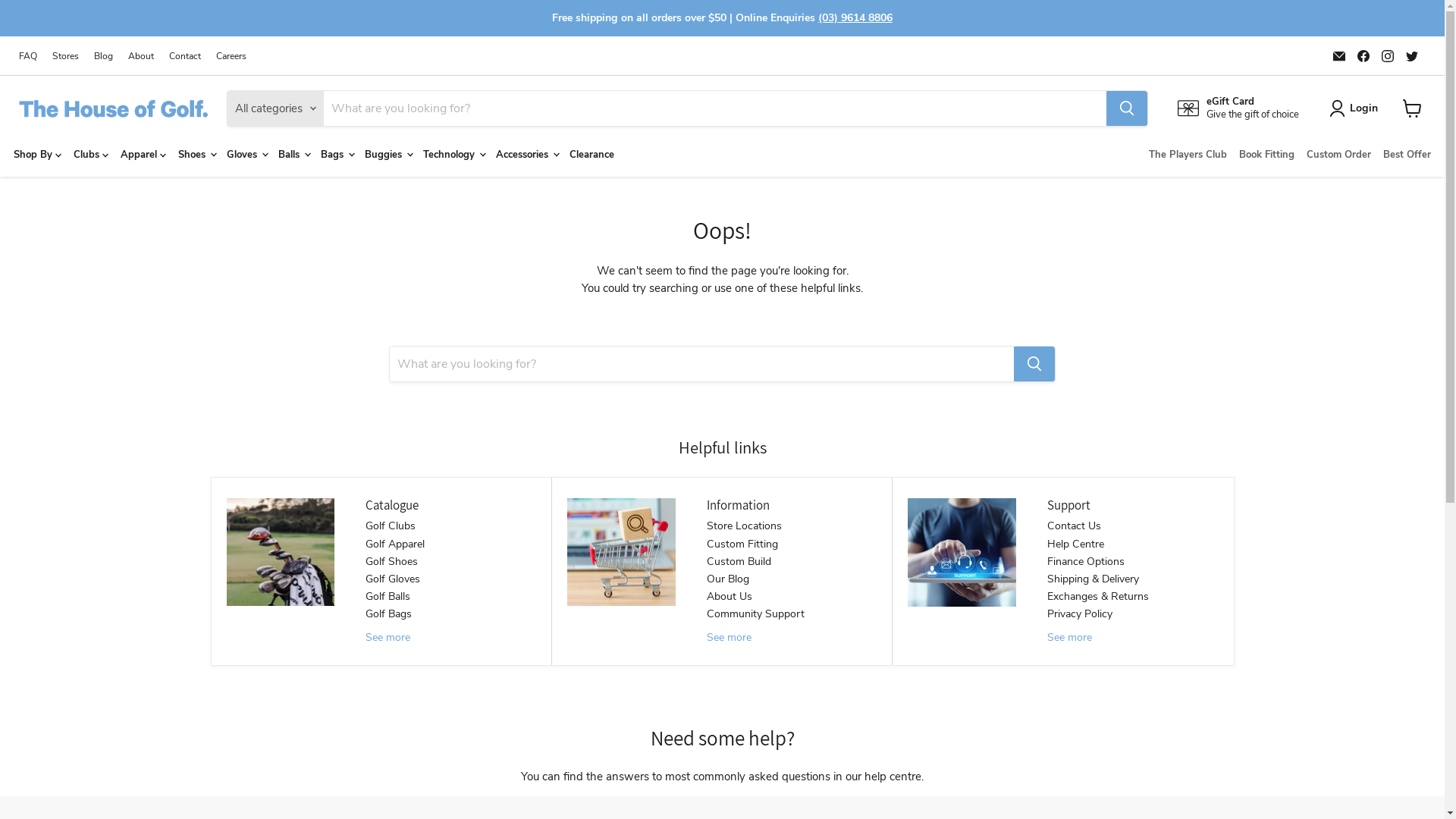 This screenshot has height=819, width=1456. Describe the element at coordinates (1143, 155) in the screenshot. I see `'The Players Club'` at that location.